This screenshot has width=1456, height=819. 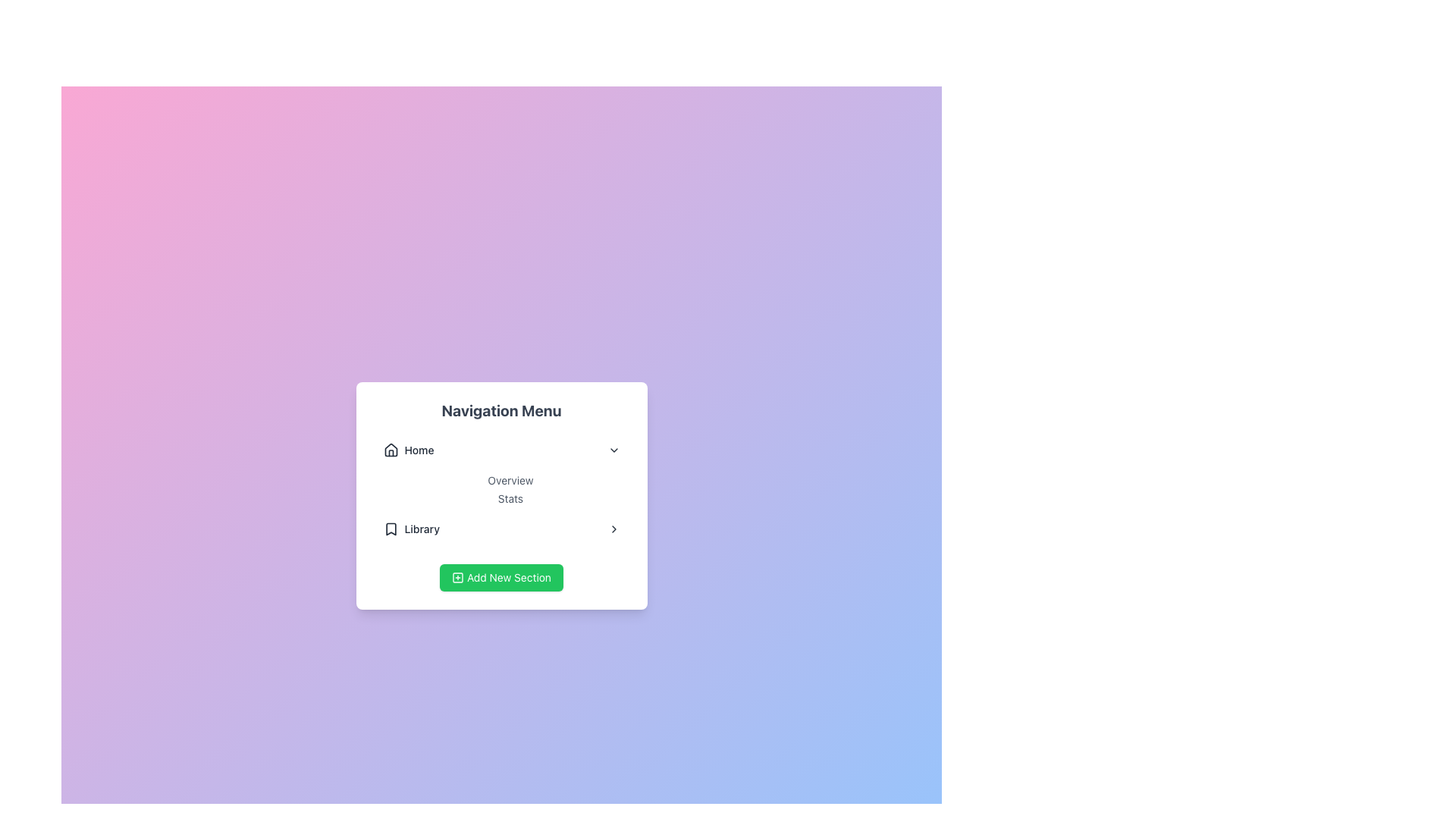 What do you see at coordinates (613, 529) in the screenshot?
I see `the arrow icon located on the far-right side of the 'Library' row` at bounding box center [613, 529].